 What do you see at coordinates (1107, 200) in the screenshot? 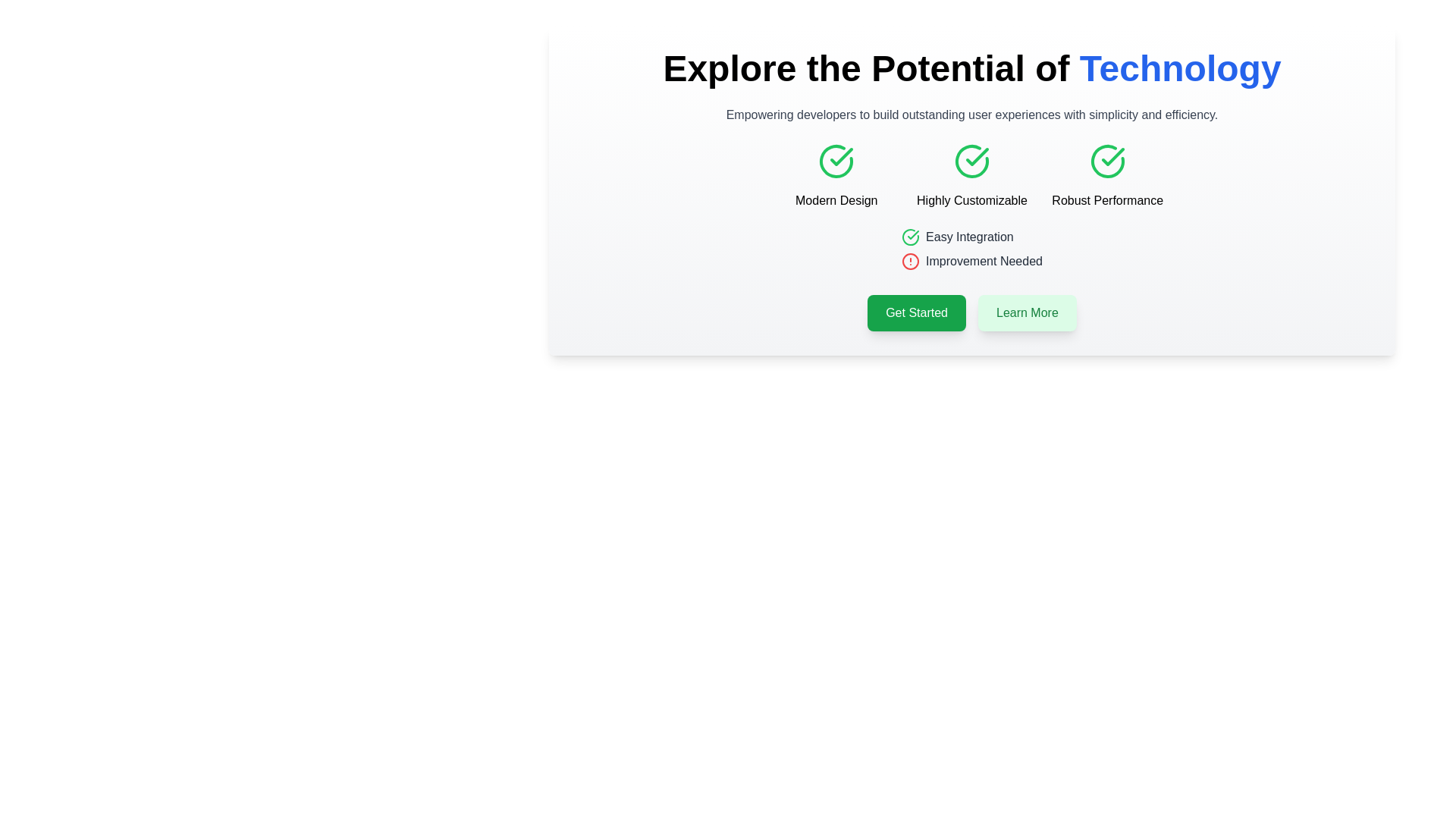
I see `text label that says 'Robust Performance', which is centrally located below a green checkmark icon in the third column of a horizontal group of features` at bounding box center [1107, 200].